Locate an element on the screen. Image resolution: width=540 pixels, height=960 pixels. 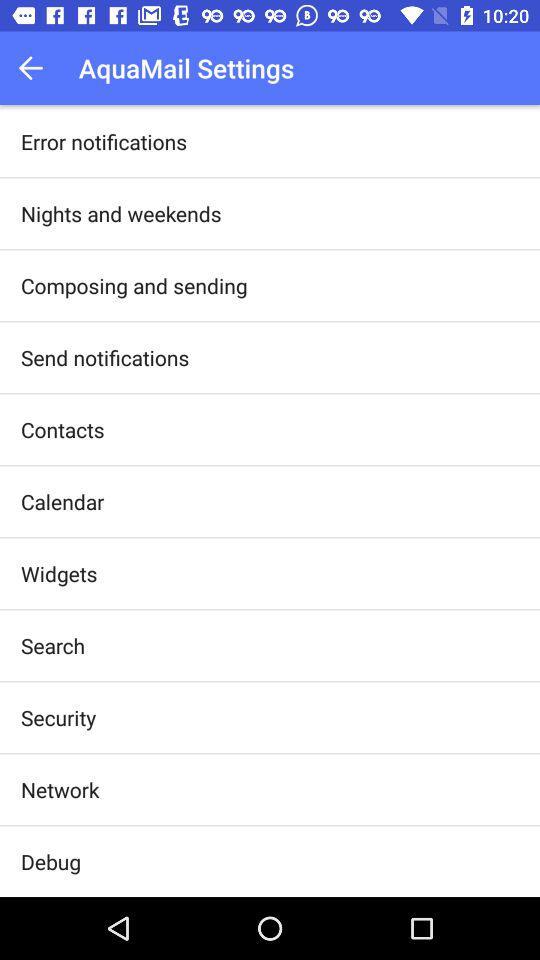
the item above composing and sending is located at coordinates (121, 213).